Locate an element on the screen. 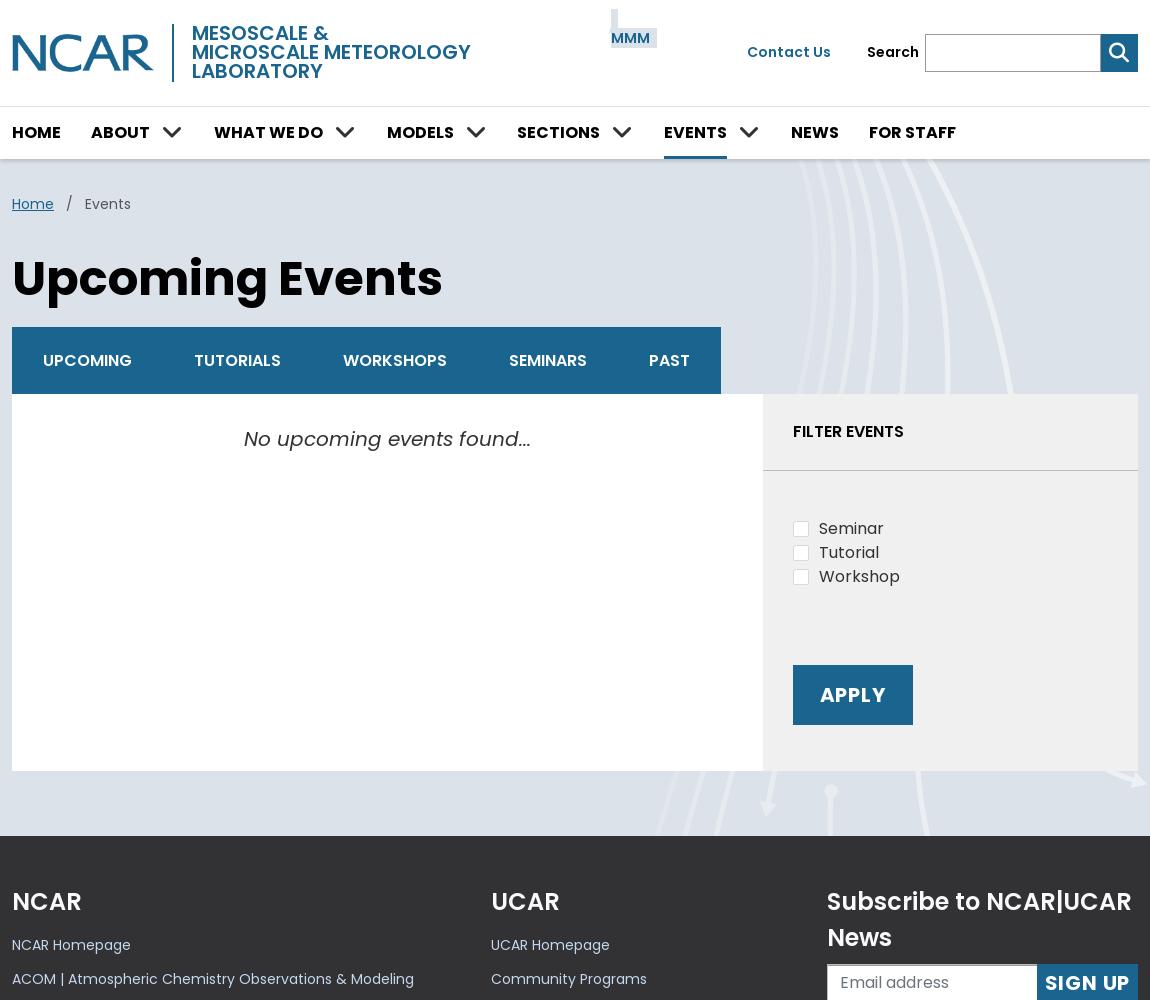 This screenshot has width=1150, height=1000. 'Sections' is located at coordinates (517, 131).